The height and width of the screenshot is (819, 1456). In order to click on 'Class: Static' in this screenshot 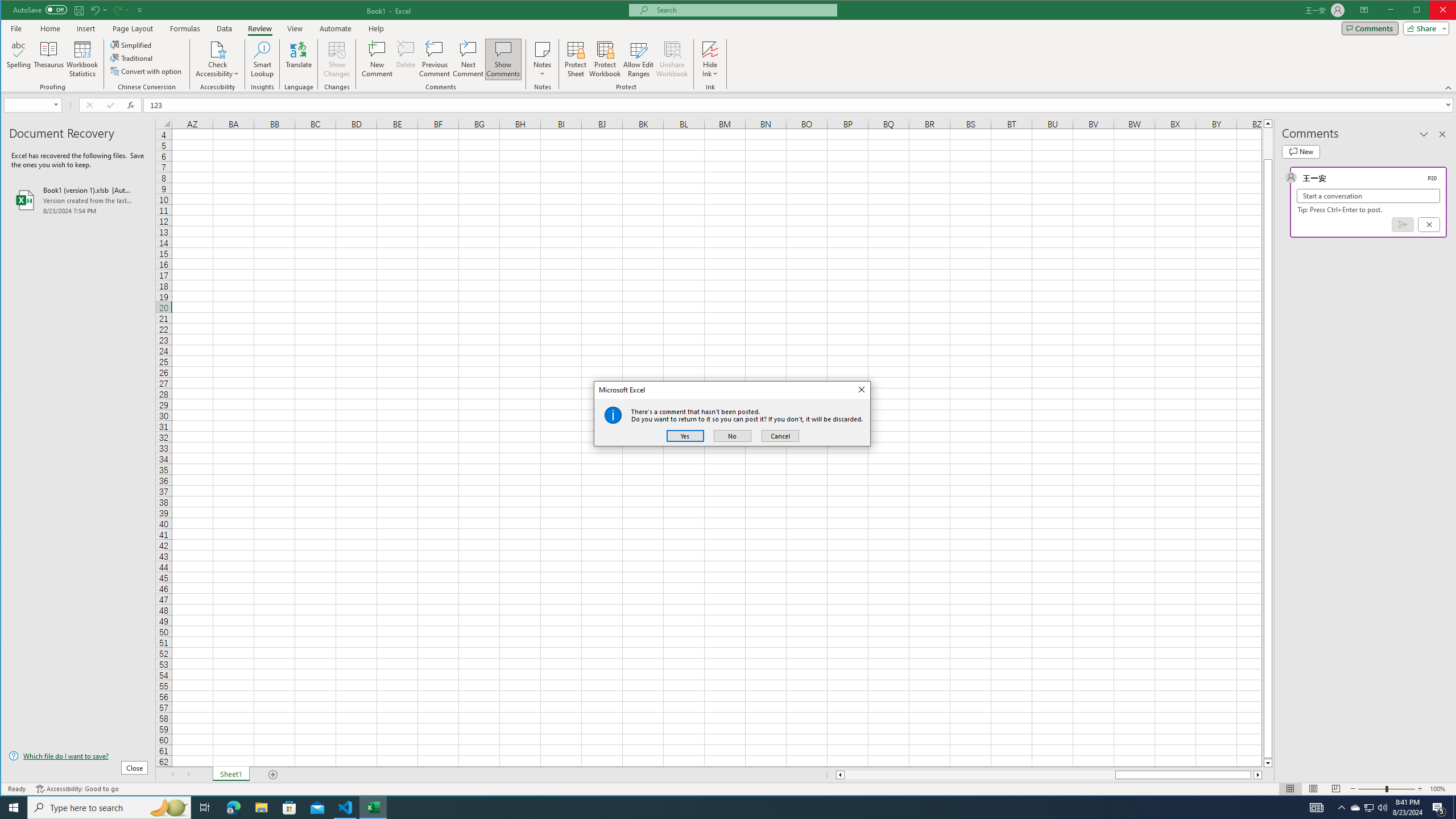, I will do `click(612, 415)`.